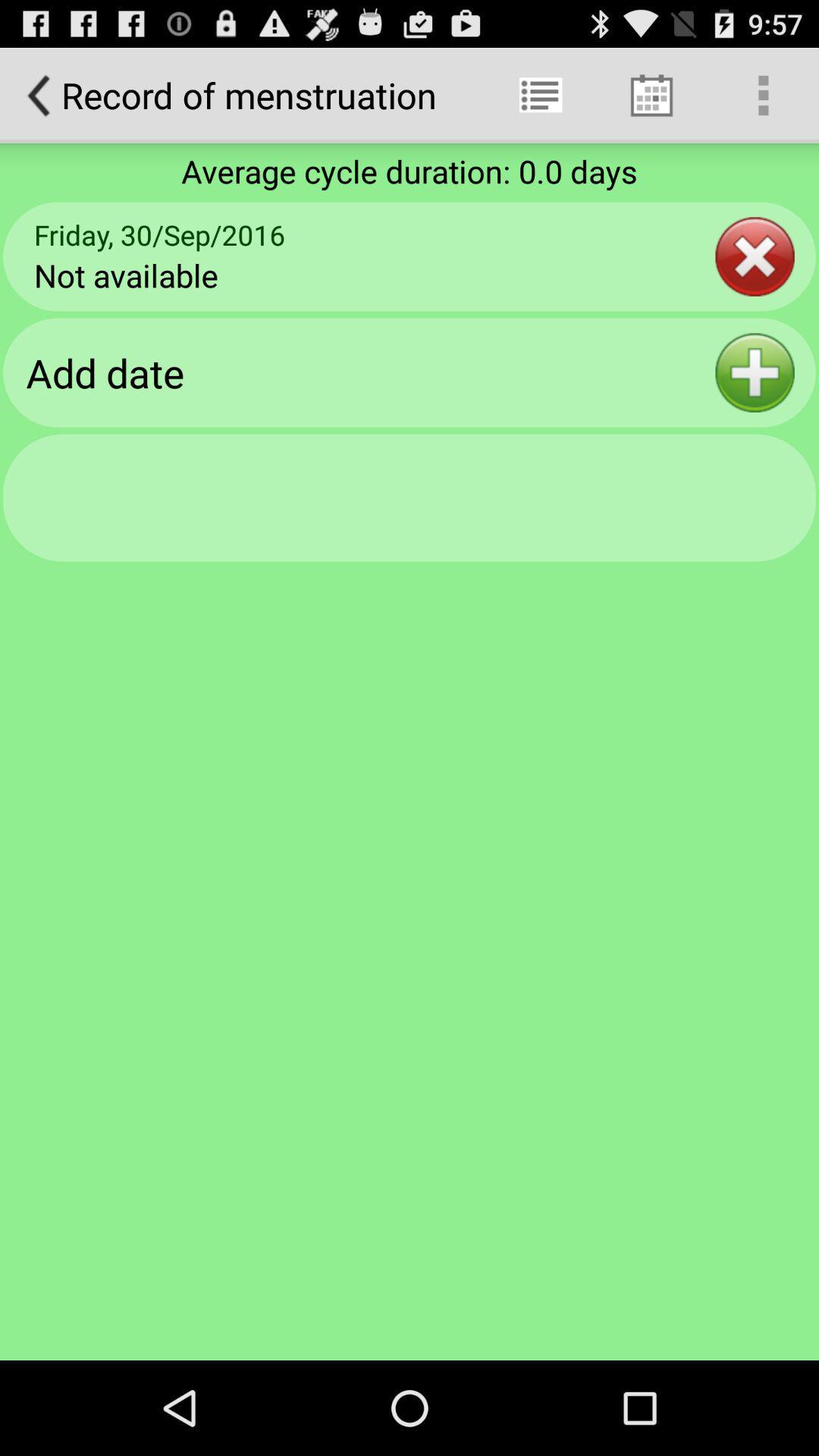 This screenshot has height=1456, width=819. What do you see at coordinates (755, 256) in the screenshot?
I see `item below the average cycle duration icon` at bounding box center [755, 256].